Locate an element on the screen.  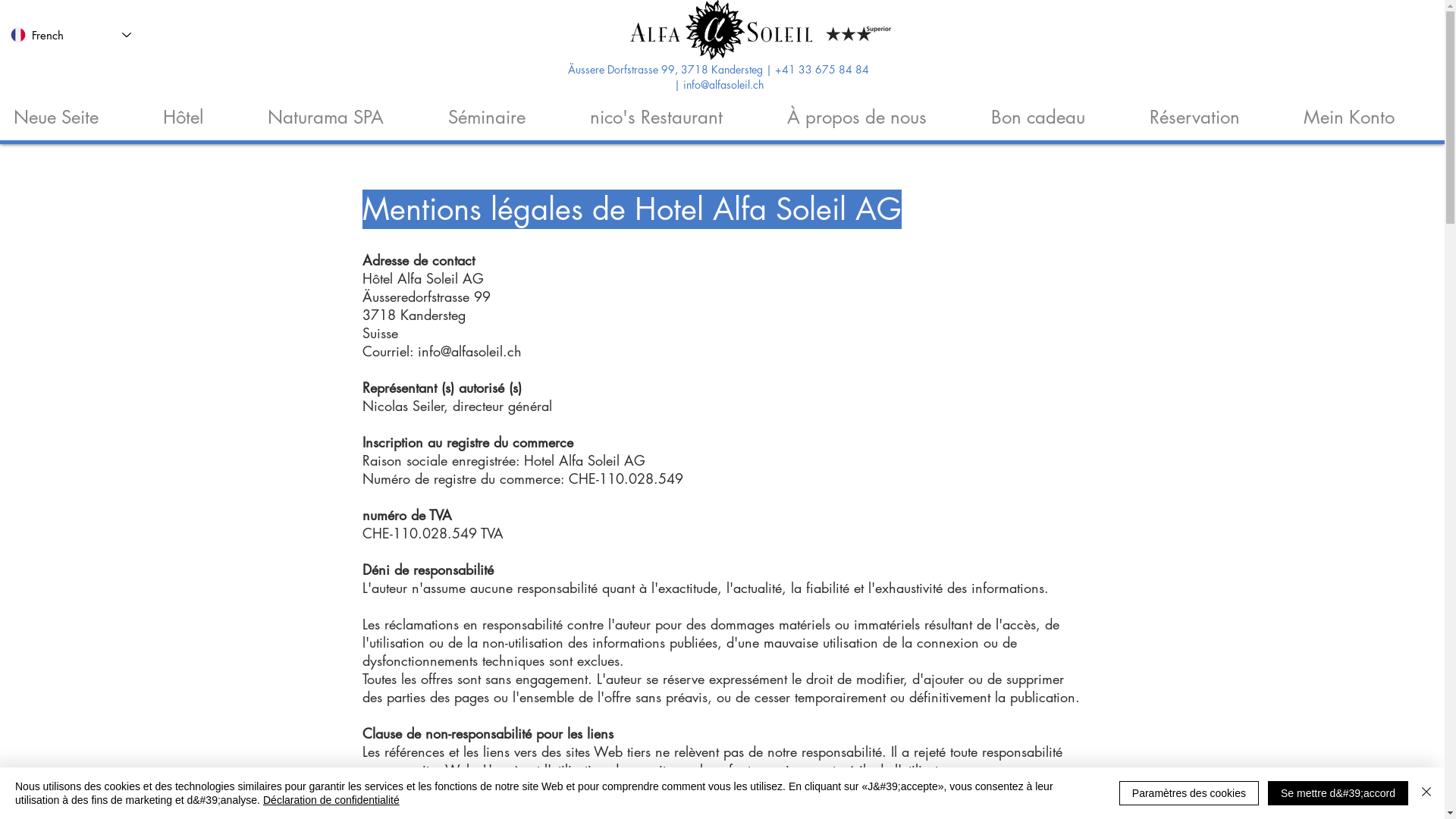
'nico's Restaurant' is located at coordinates (673, 109).